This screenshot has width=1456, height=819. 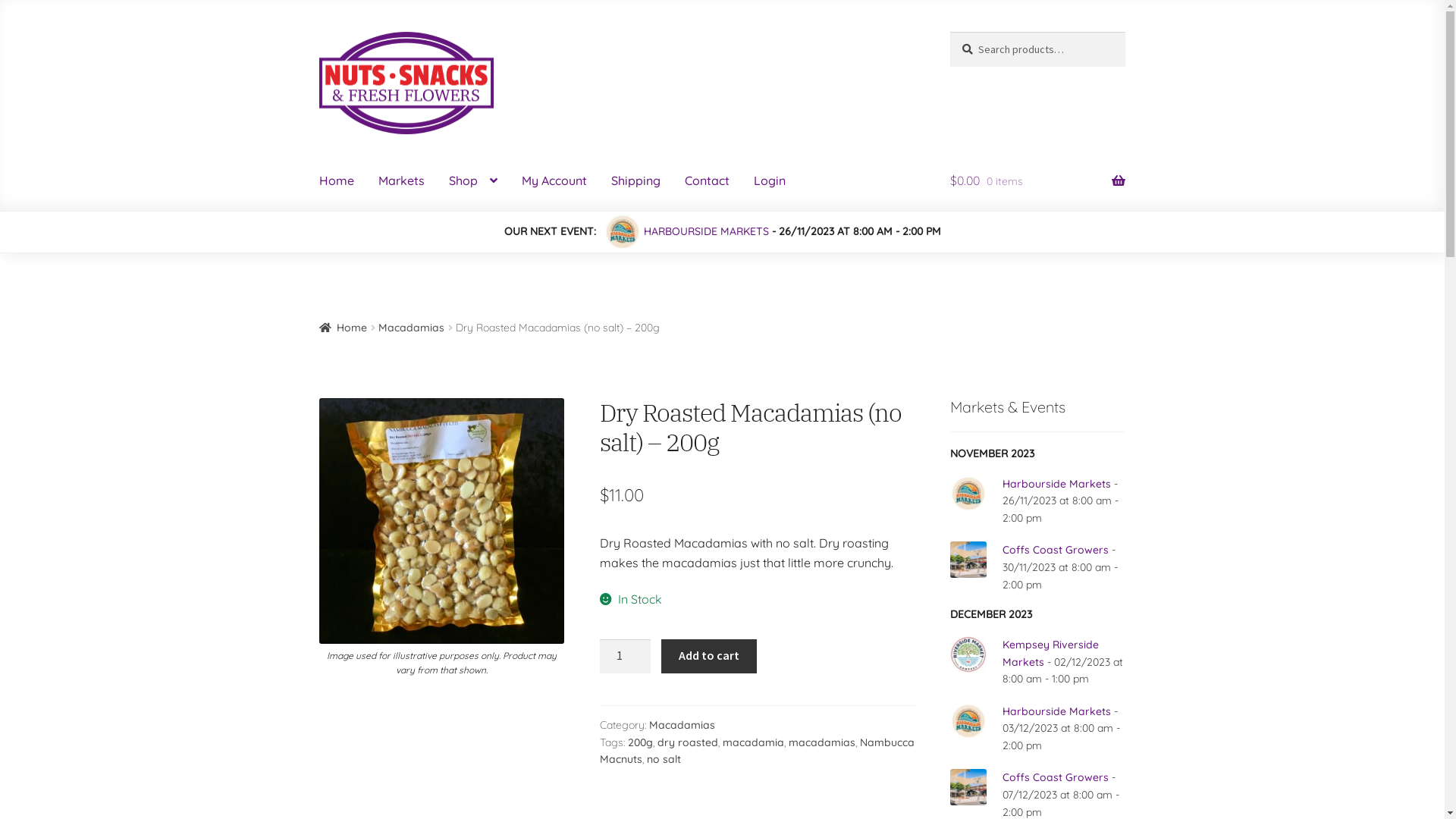 I want to click on '$0.00 0 items', so click(x=1037, y=180).